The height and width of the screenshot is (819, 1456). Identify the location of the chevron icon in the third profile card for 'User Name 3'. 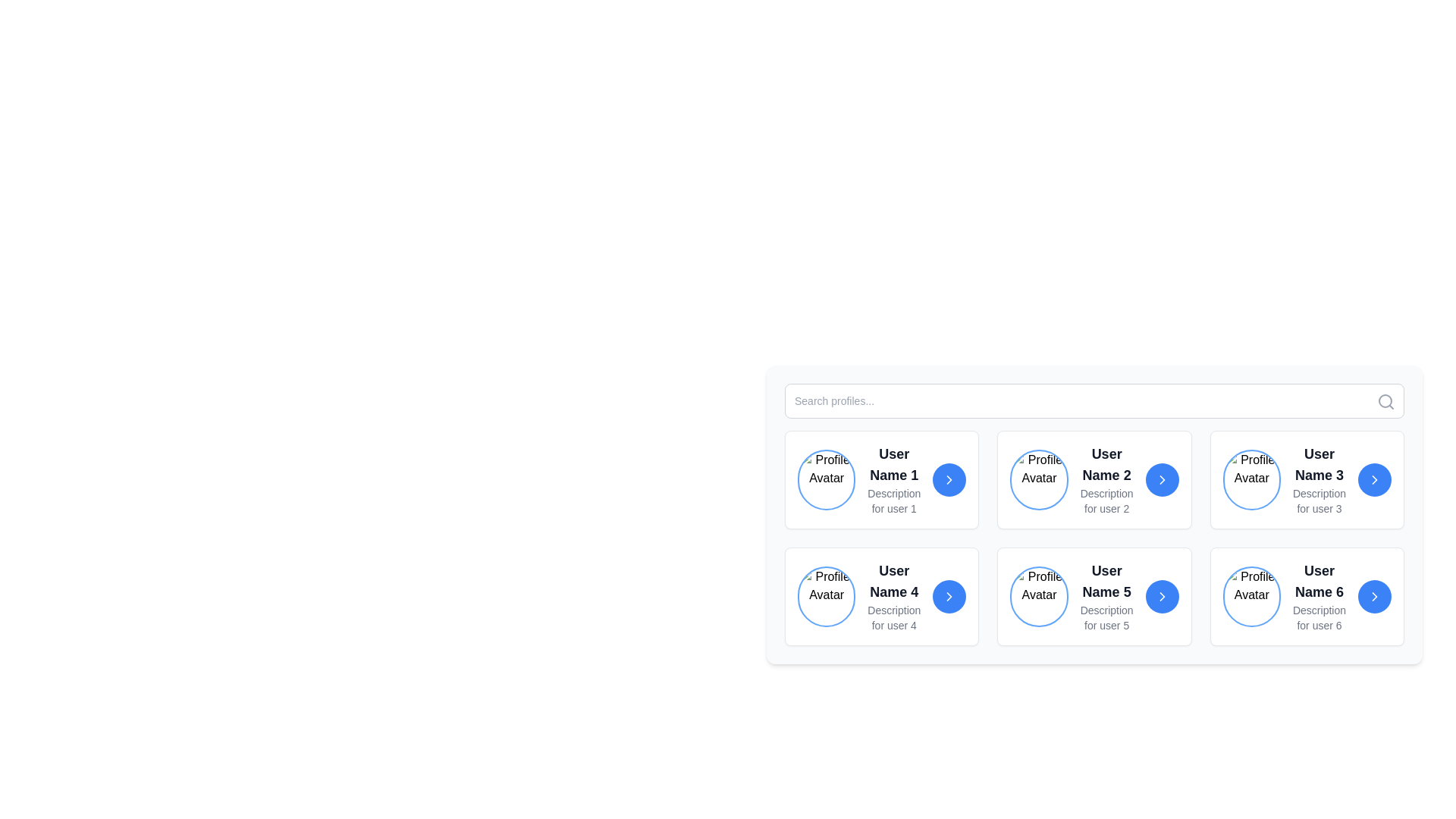
(1375, 479).